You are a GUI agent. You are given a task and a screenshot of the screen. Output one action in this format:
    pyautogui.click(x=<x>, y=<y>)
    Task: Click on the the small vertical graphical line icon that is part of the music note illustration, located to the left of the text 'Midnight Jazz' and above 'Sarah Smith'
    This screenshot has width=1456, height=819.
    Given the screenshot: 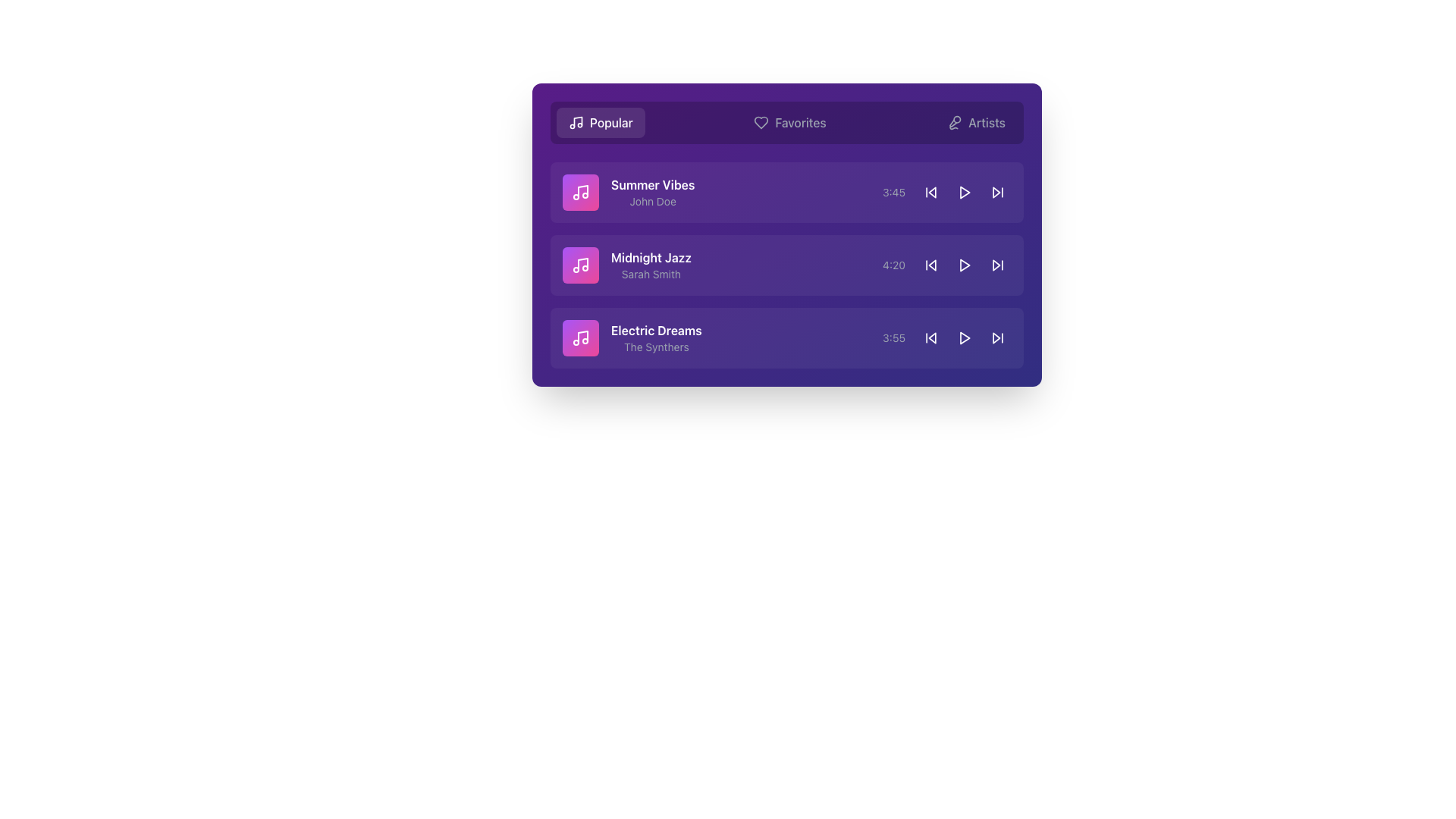 What is the action you would take?
    pyautogui.click(x=582, y=263)
    